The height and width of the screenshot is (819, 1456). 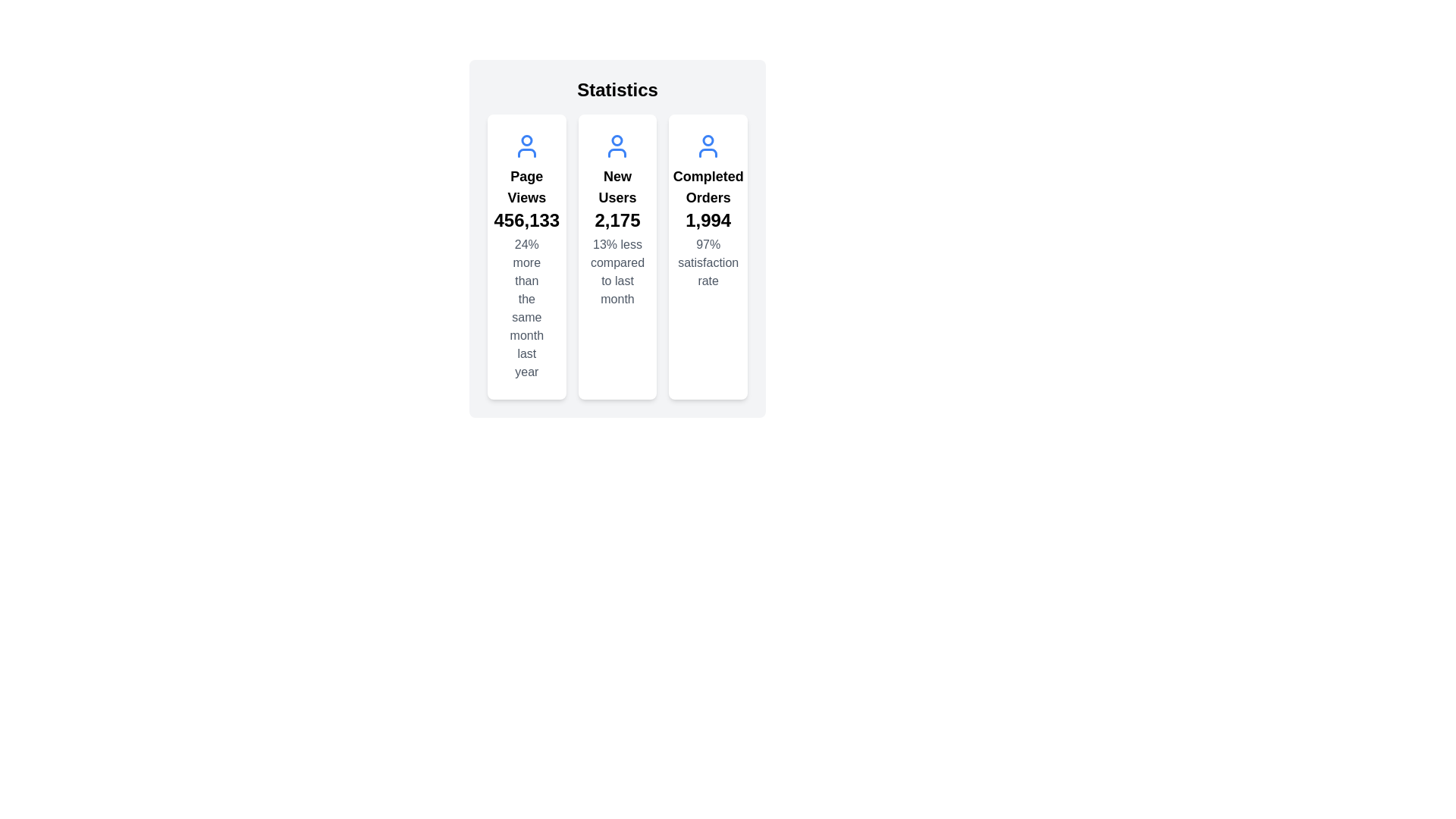 What do you see at coordinates (708, 186) in the screenshot?
I see `the 'Completed Orders' label, which is a bold text element located in the third column of a statistical overview section, positioned below an icon and above numerical data` at bounding box center [708, 186].